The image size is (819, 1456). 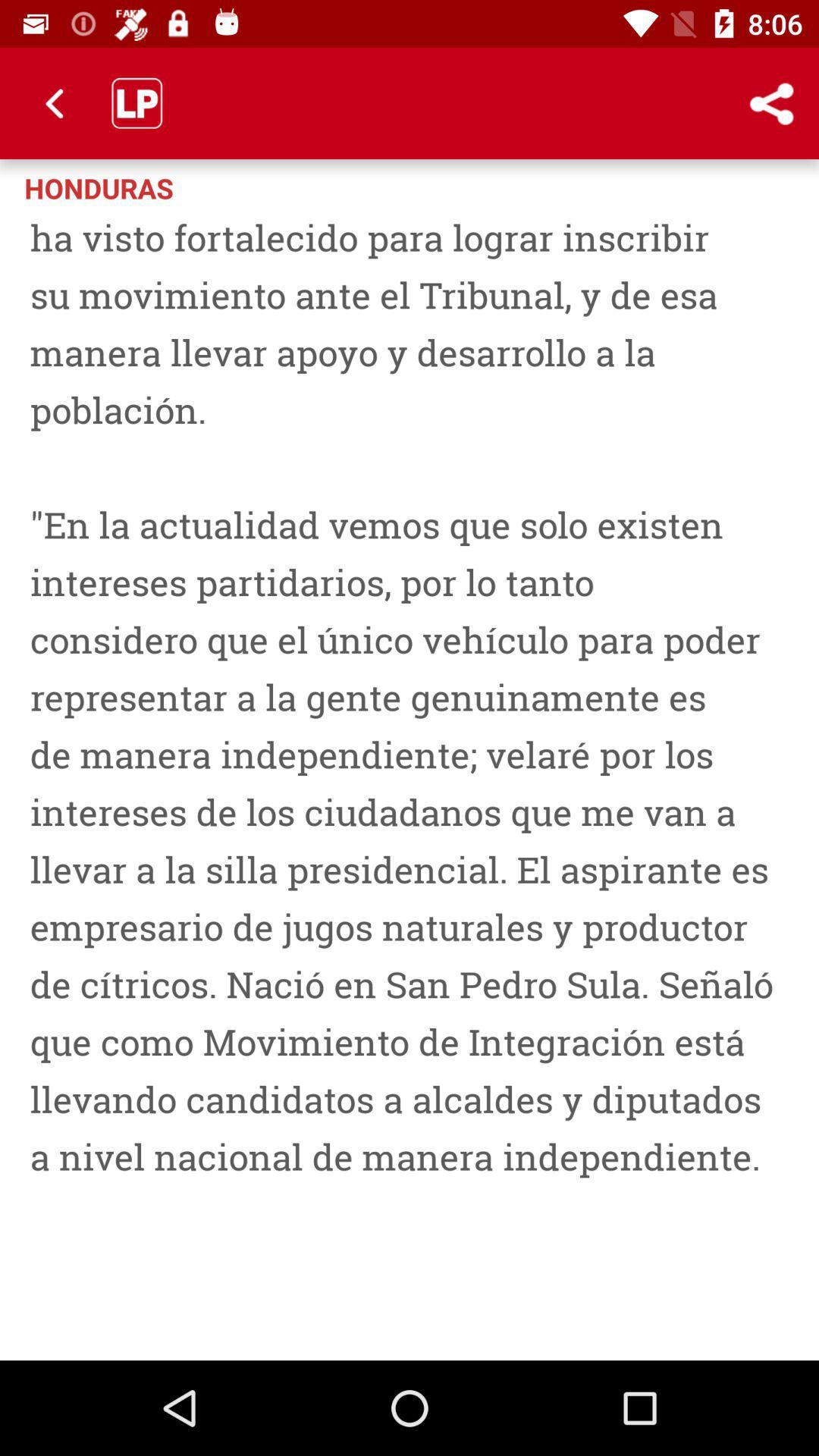 I want to click on the item next to honduras item, so click(x=709, y=186).